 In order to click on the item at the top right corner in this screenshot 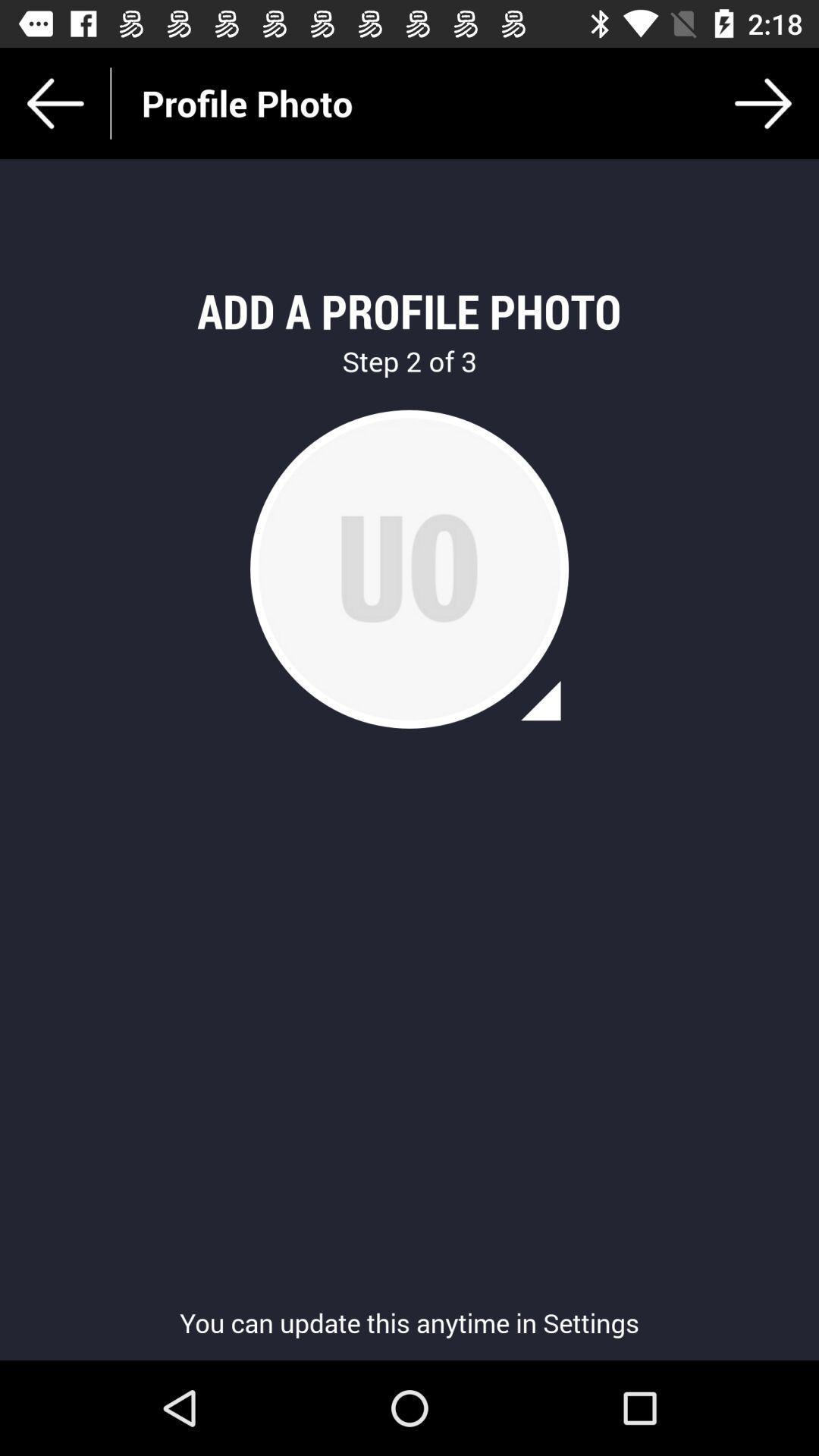, I will do `click(763, 102)`.